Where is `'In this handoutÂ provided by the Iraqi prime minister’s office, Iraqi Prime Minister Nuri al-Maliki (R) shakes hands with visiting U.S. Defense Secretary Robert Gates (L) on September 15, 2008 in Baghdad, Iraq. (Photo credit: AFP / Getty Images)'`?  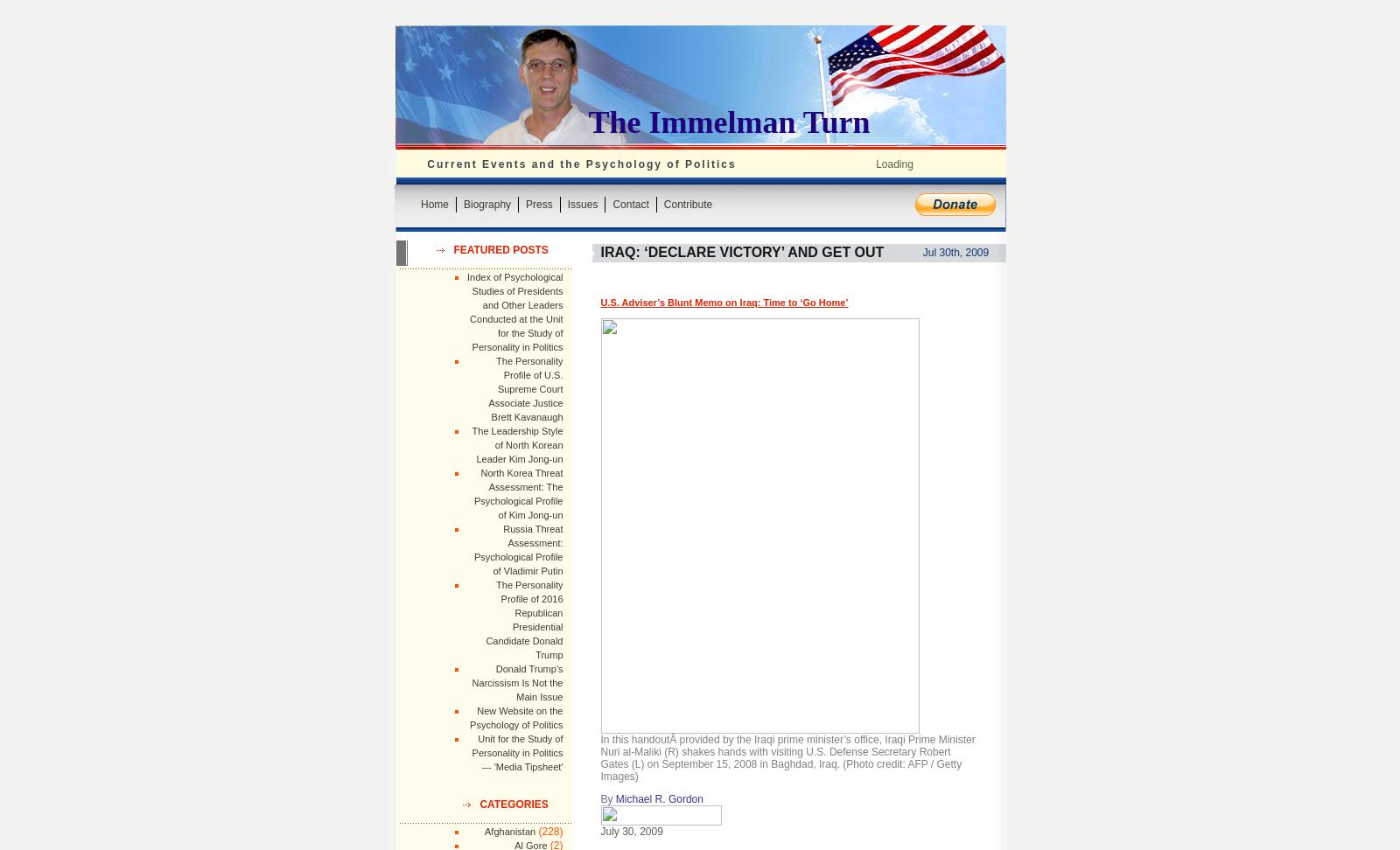
'In this handoutÂ provided by the Iraqi prime minister’s office, Iraqi Prime Minister Nuri al-Maliki (R) shakes hands with visiting U.S. Defense Secretary Robert Gates (L) on September 15, 2008 in Baghdad, Iraq. (Photo credit: AFP / Getty Images)' is located at coordinates (600, 758).